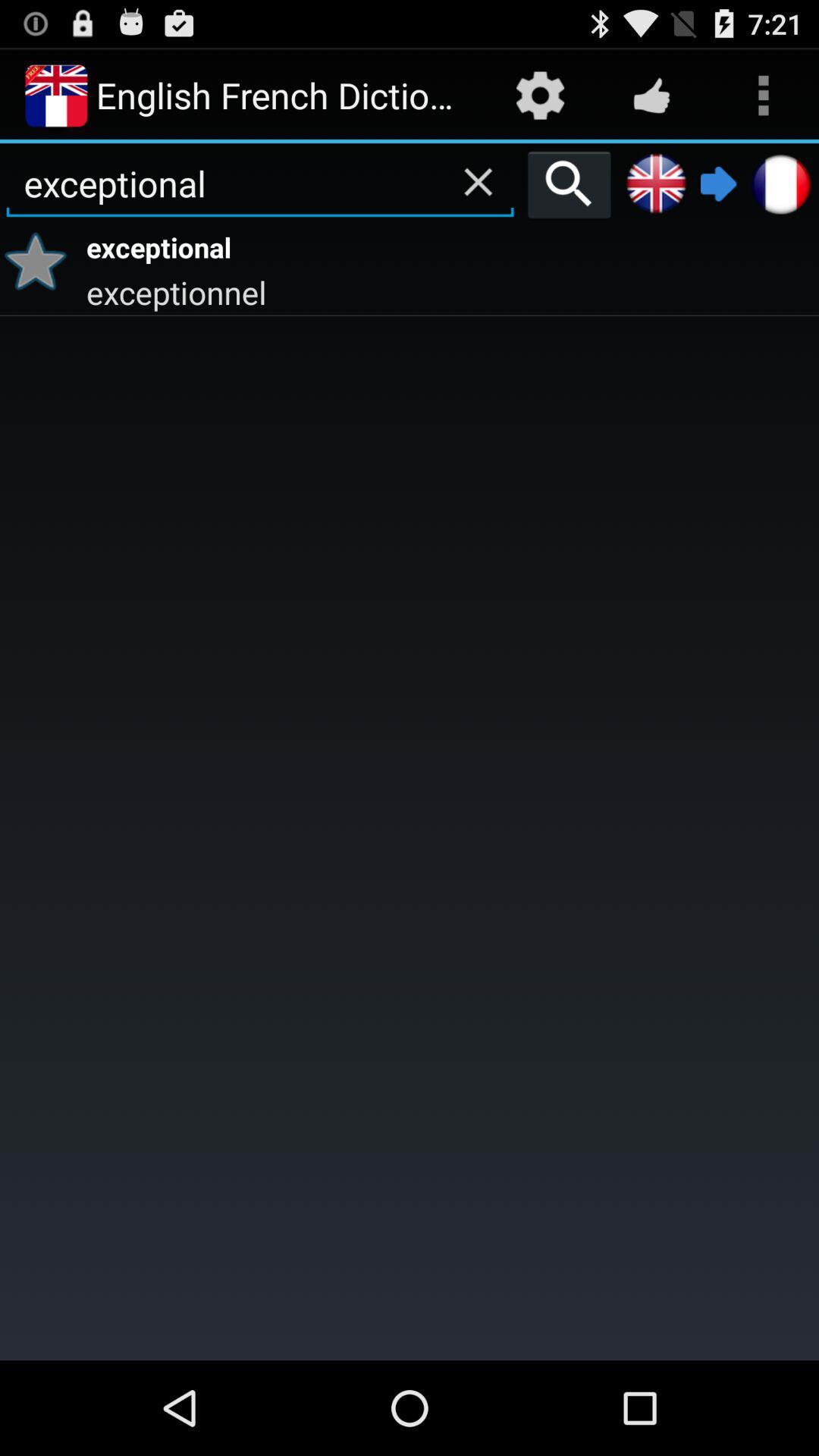 The width and height of the screenshot is (819, 1456). What do you see at coordinates (40, 261) in the screenshot?
I see `the item below exceptional` at bounding box center [40, 261].